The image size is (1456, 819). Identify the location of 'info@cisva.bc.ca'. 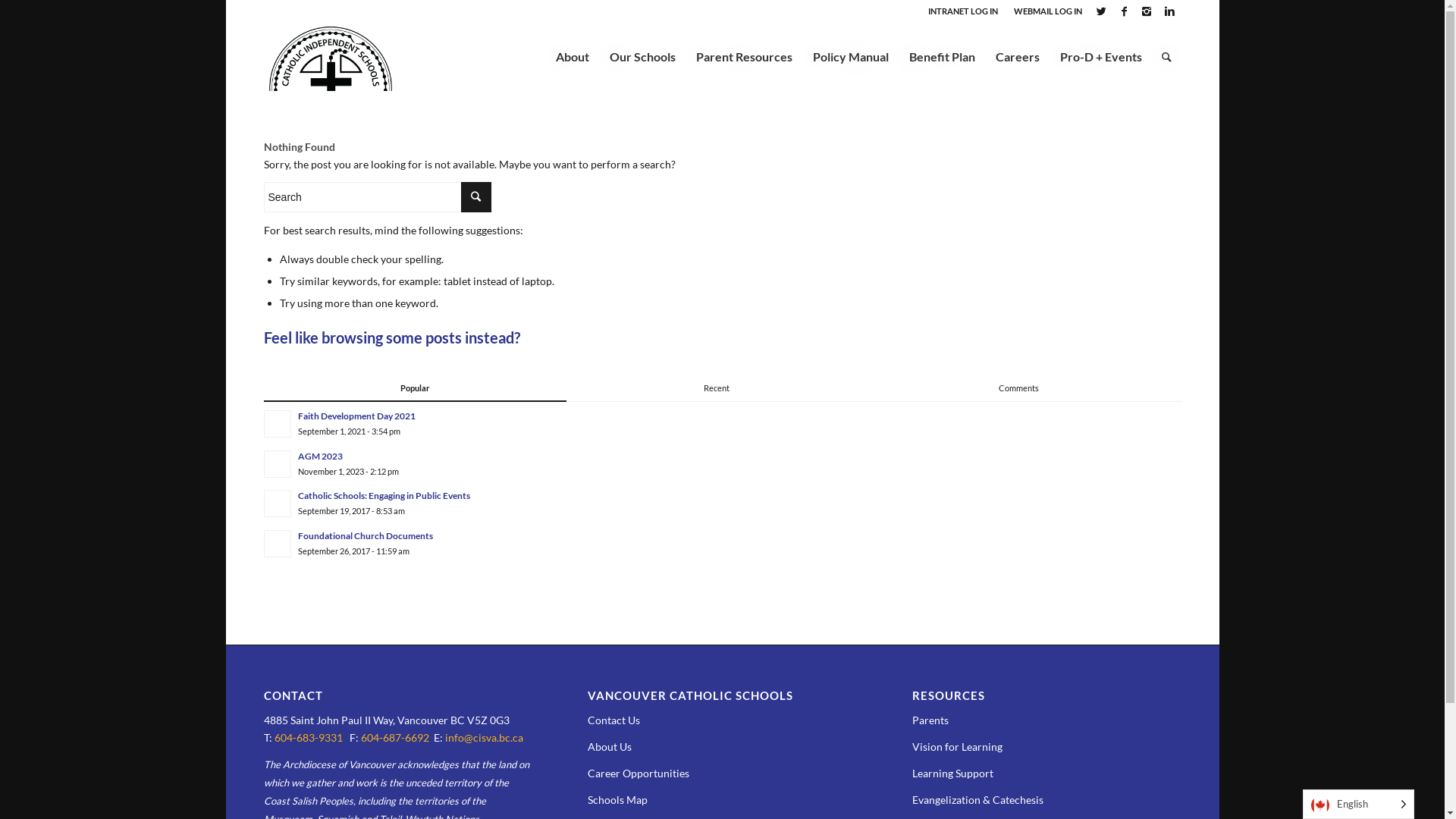
(482, 736).